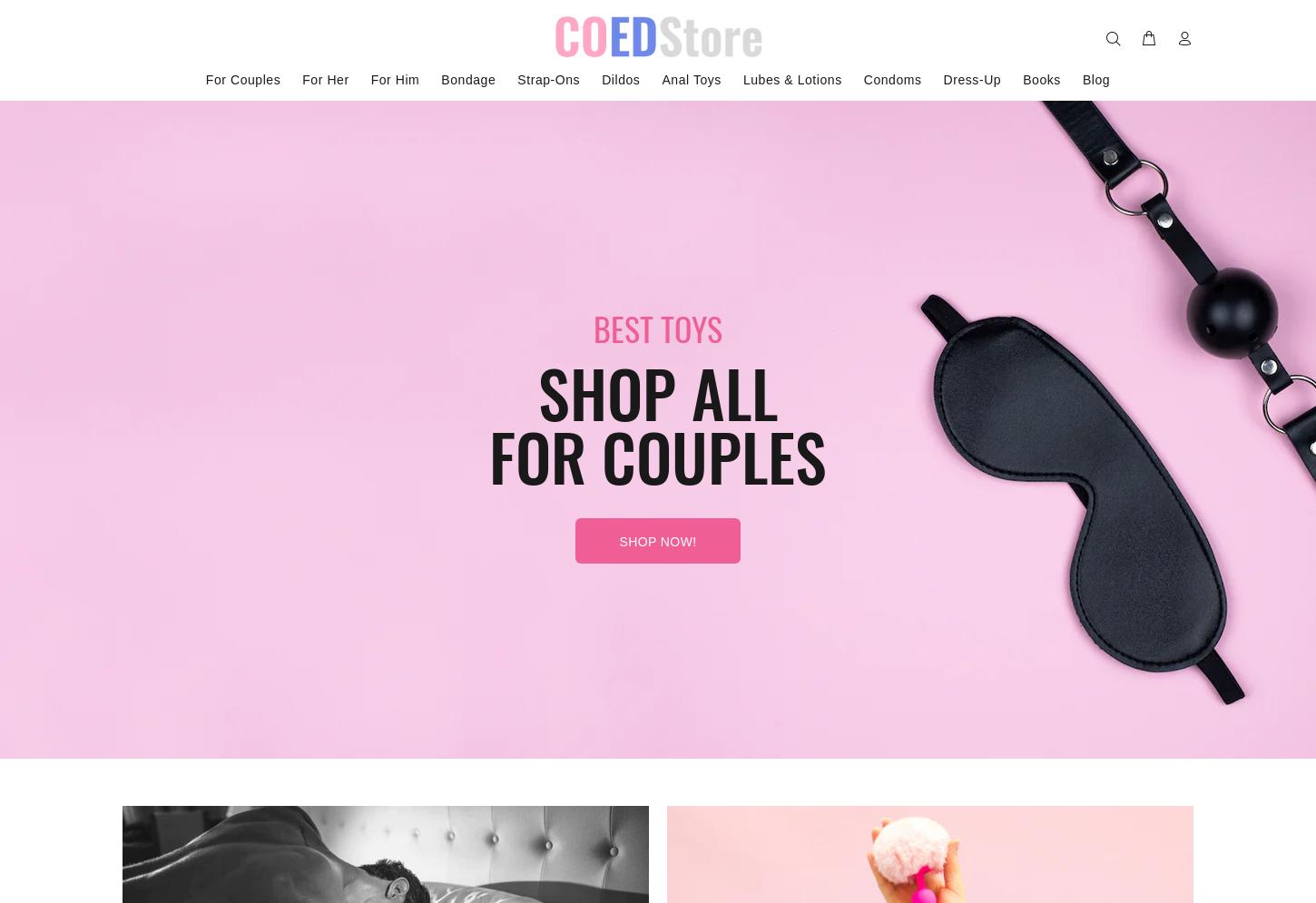  I want to click on 'For Her', so click(325, 79).